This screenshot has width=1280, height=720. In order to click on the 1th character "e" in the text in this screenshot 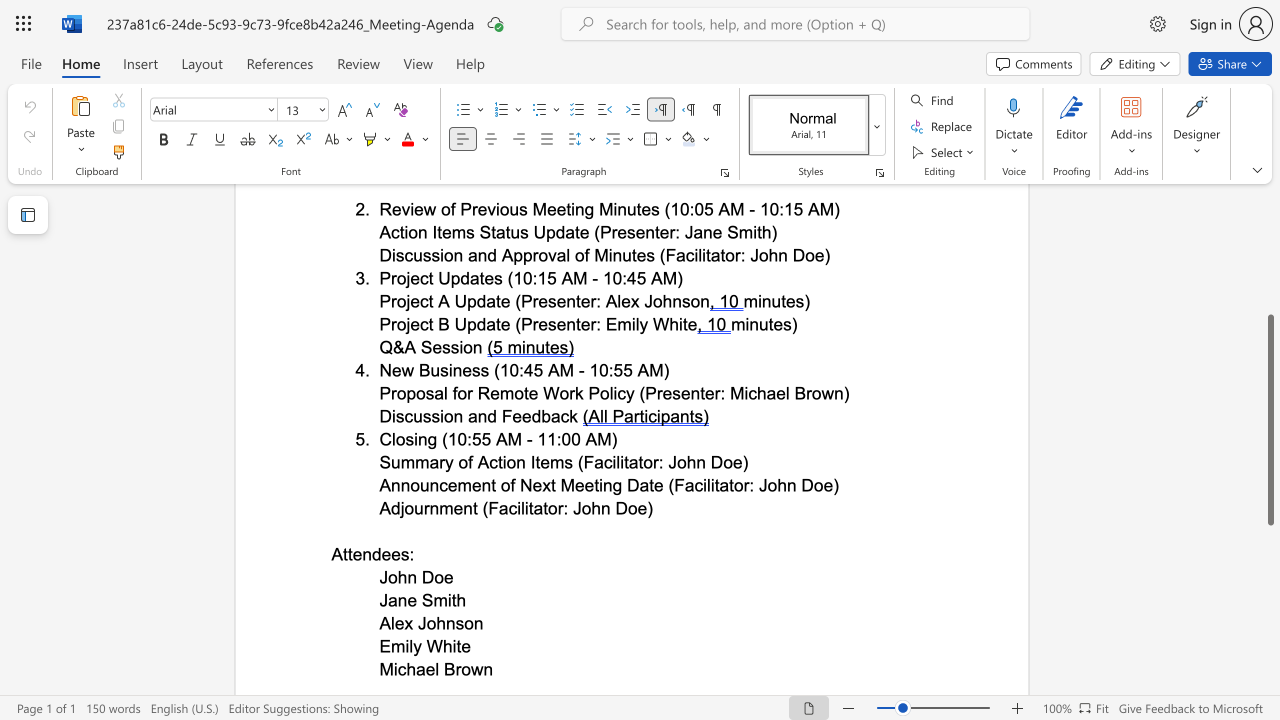, I will do `click(357, 554)`.